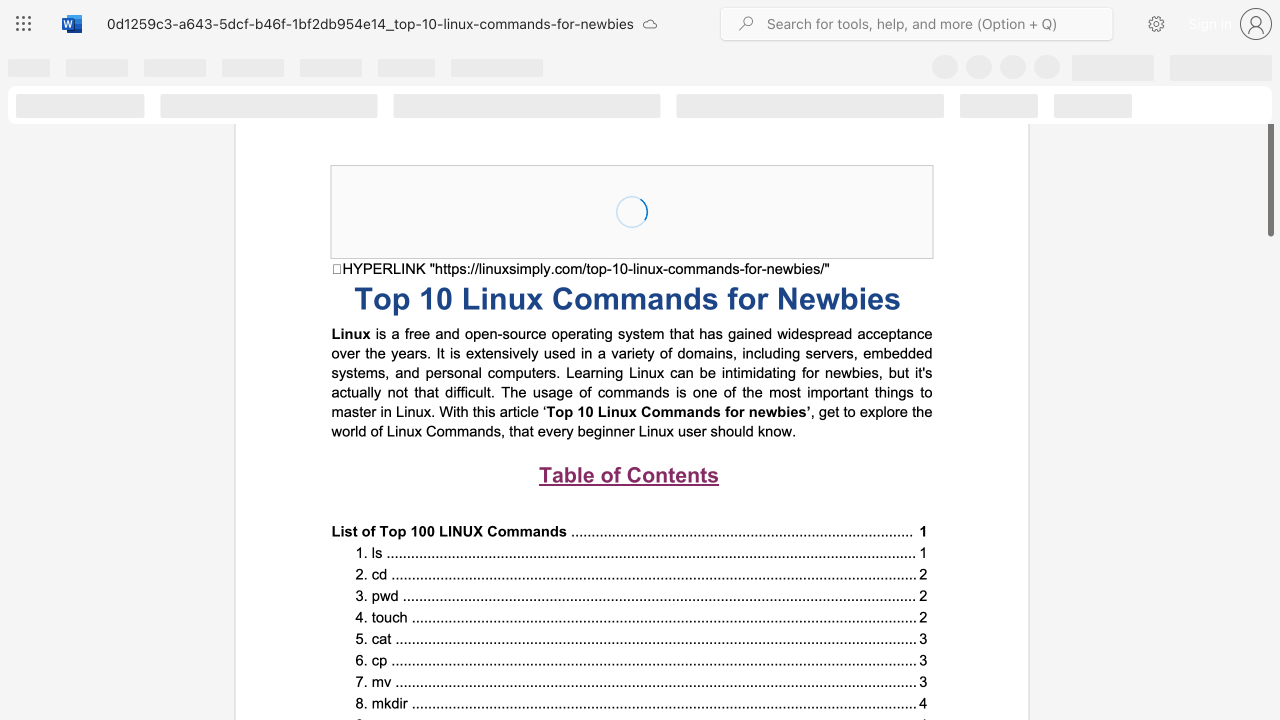 The height and width of the screenshot is (720, 1280). Describe the element at coordinates (1269, 660) in the screenshot. I see `the scrollbar on the right` at that location.